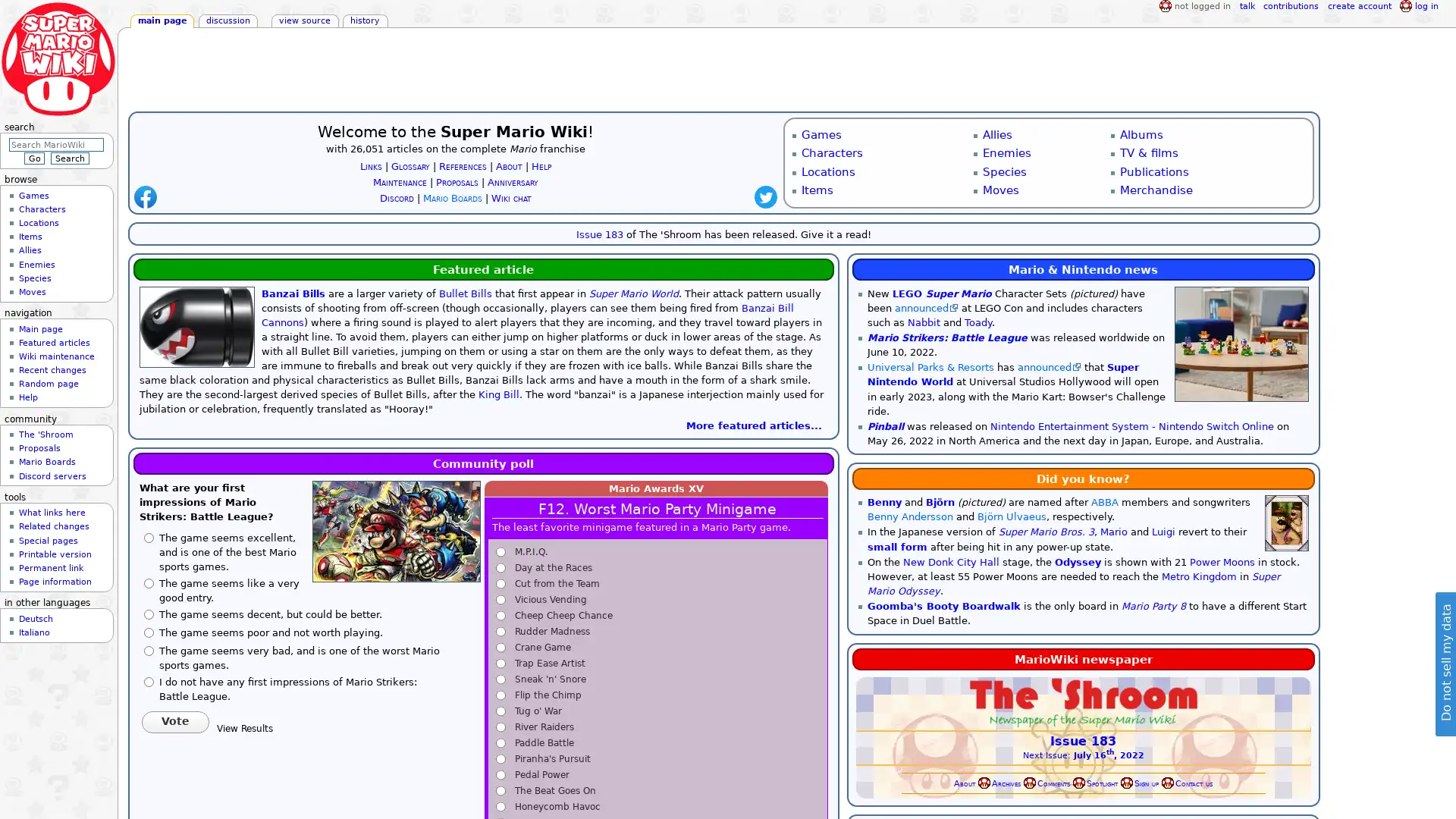 This screenshot has height=819, width=1456. Describe the element at coordinates (68, 158) in the screenshot. I see `Search` at that location.